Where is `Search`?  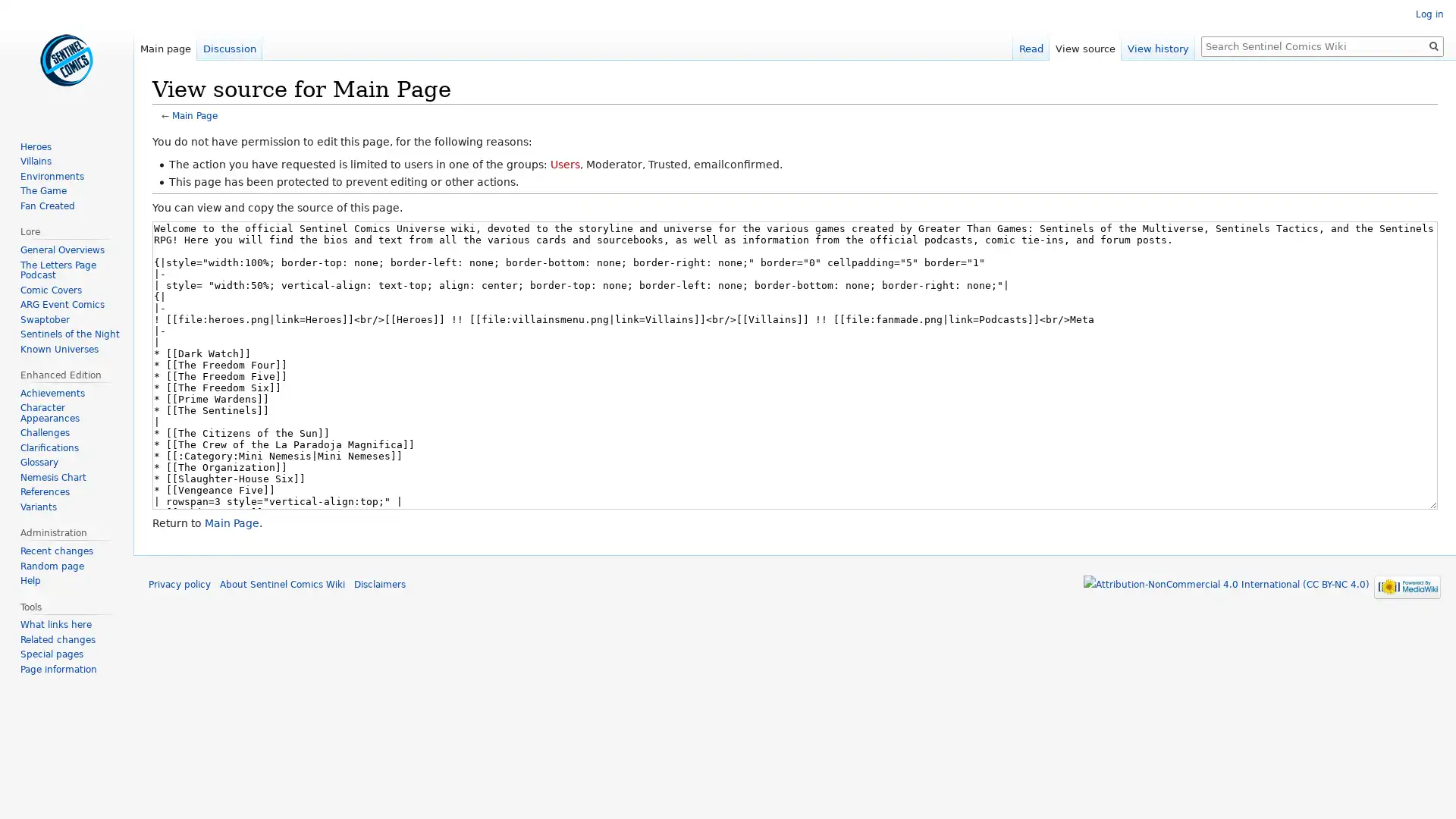 Search is located at coordinates (1433, 45).